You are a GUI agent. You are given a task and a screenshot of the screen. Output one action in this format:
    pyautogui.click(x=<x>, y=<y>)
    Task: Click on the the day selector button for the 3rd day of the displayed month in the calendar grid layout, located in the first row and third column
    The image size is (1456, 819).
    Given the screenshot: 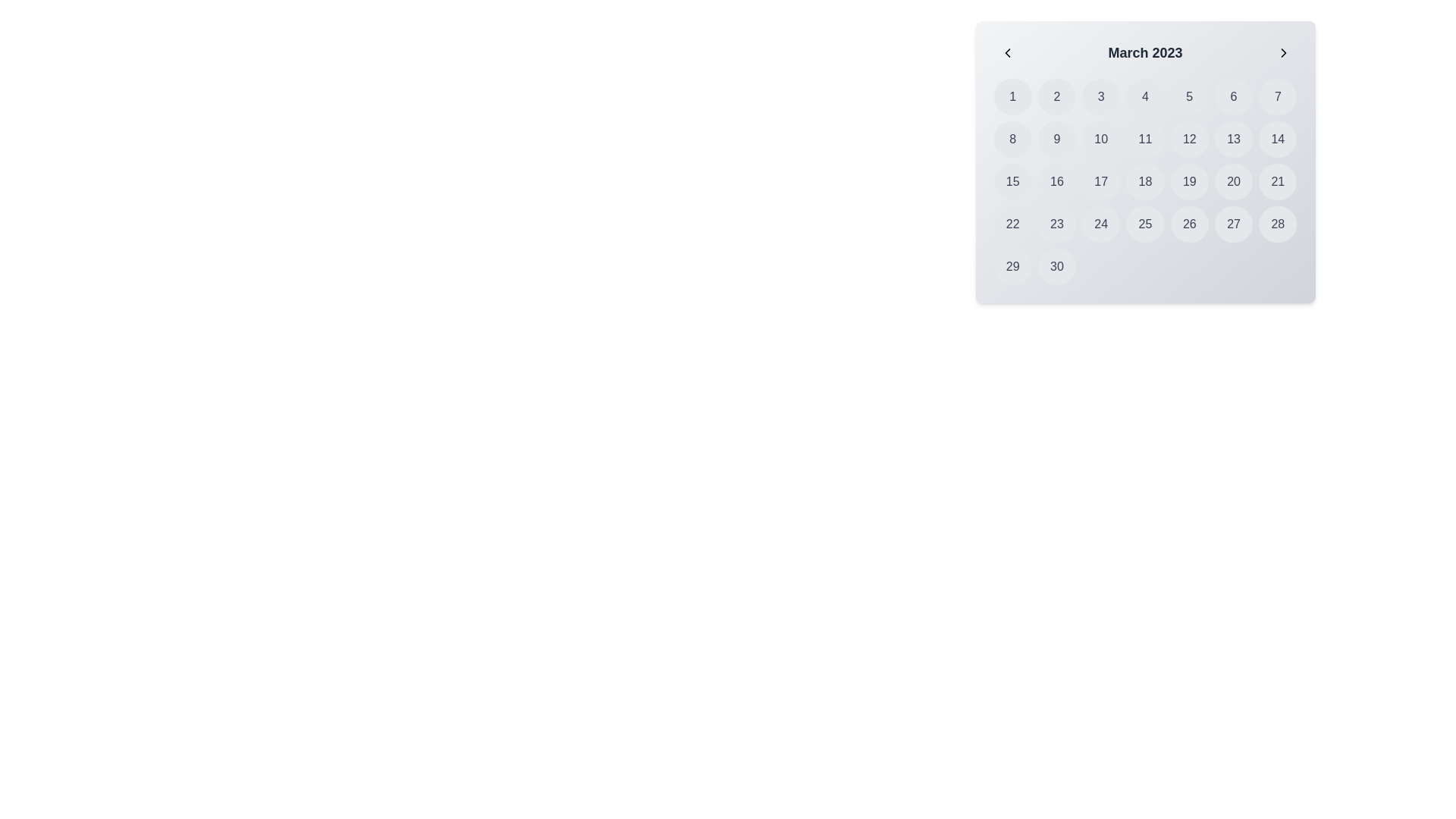 What is the action you would take?
    pyautogui.click(x=1101, y=96)
    